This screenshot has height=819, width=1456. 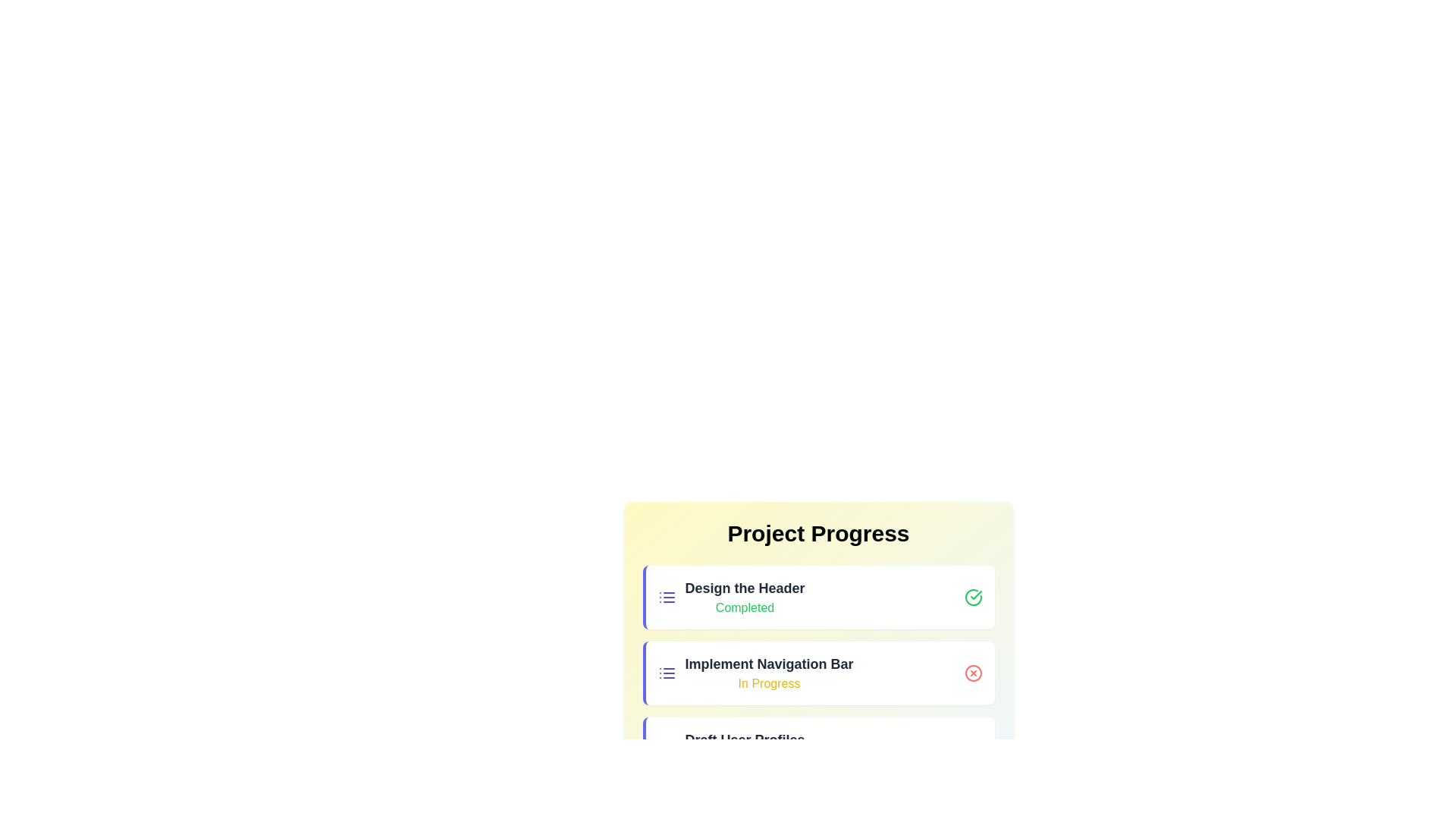 What do you see at coordinates (745, 587) in the screenshot?
I see `the task title Design the Header to expand or edit the task details` at bounding box center [745, 587].